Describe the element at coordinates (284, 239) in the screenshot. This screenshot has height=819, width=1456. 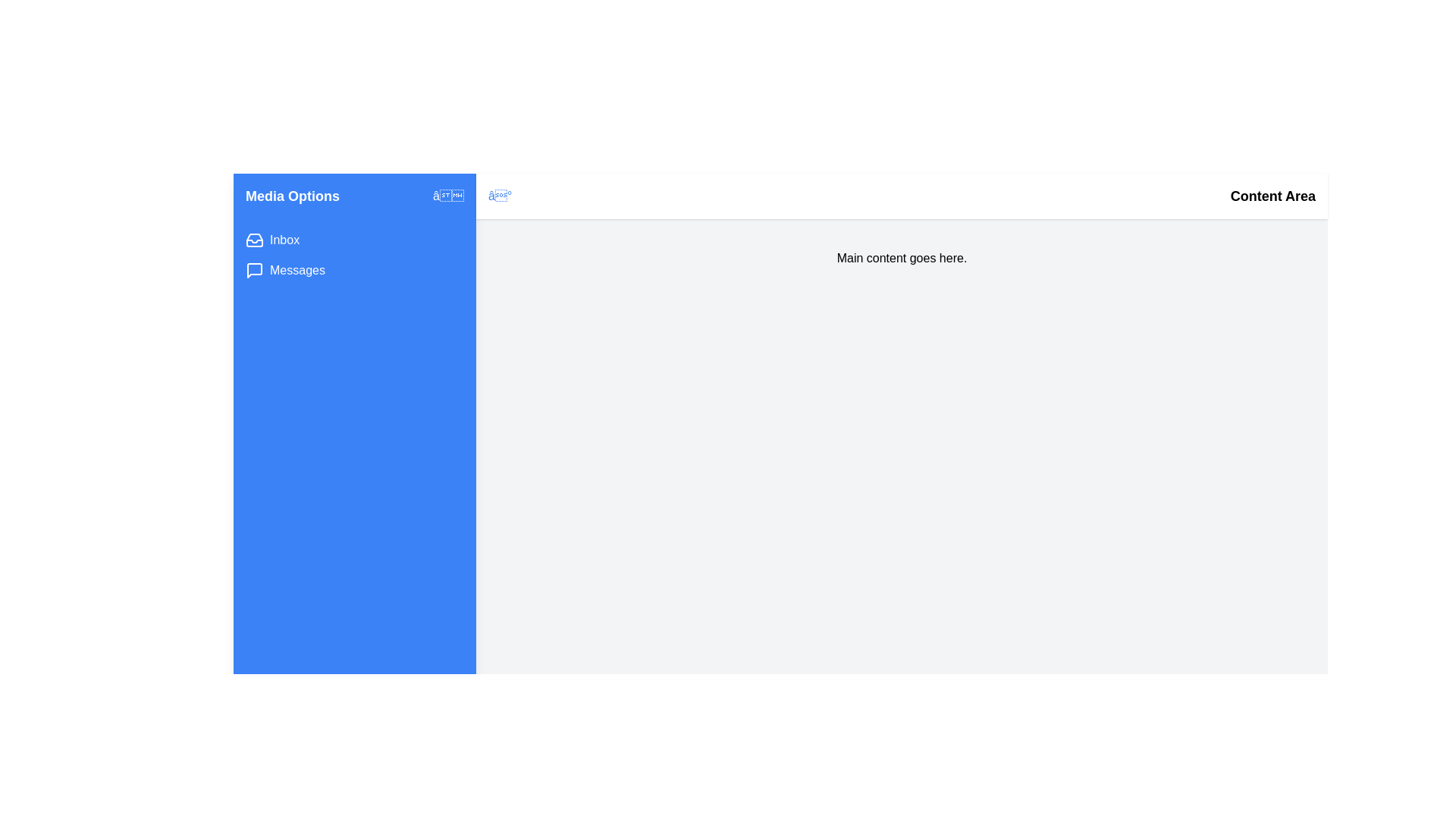
I see `the Inbox option in the MultimediaDrawer component` at that location.